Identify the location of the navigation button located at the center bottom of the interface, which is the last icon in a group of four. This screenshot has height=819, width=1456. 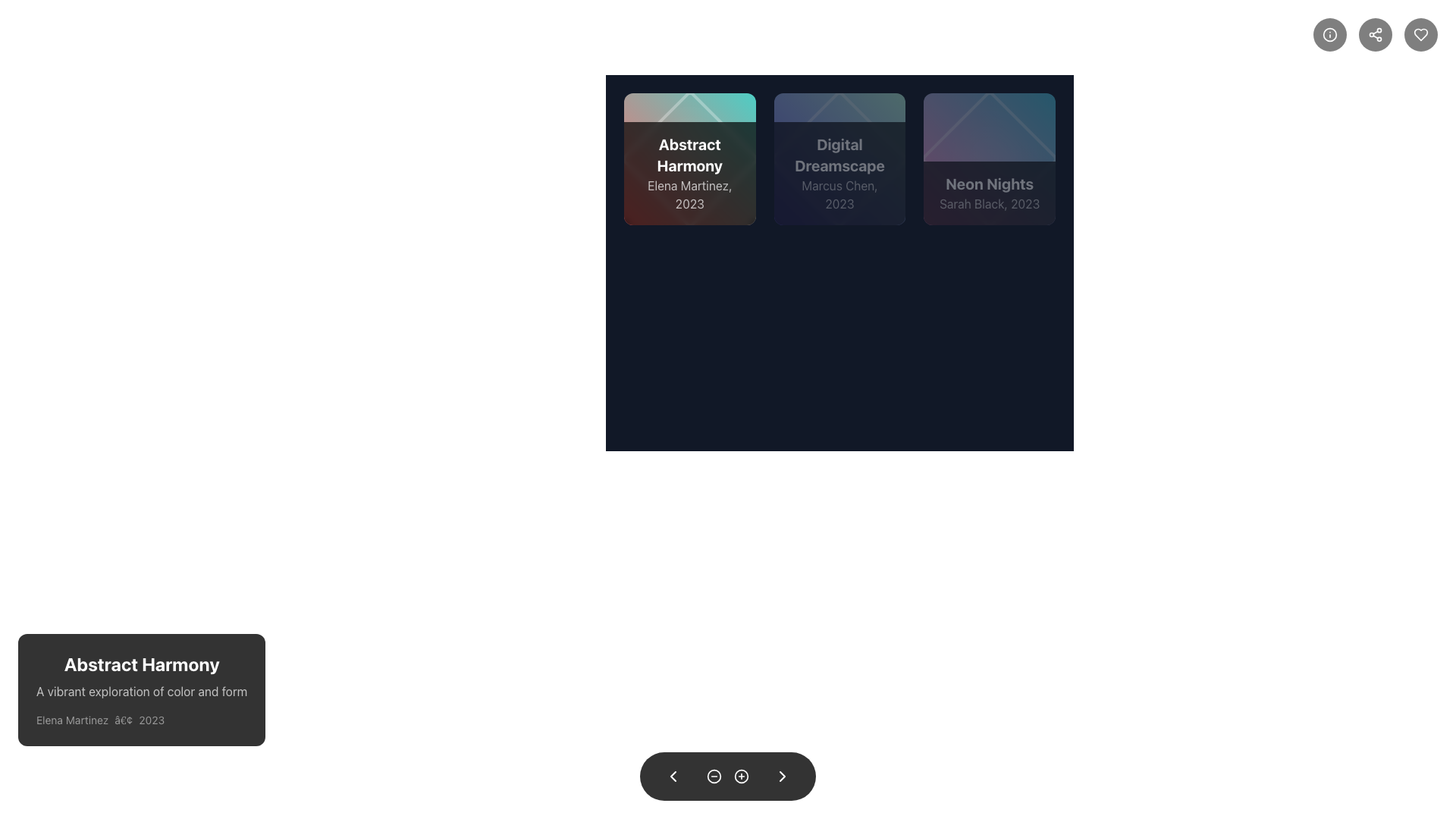
(783, 776).